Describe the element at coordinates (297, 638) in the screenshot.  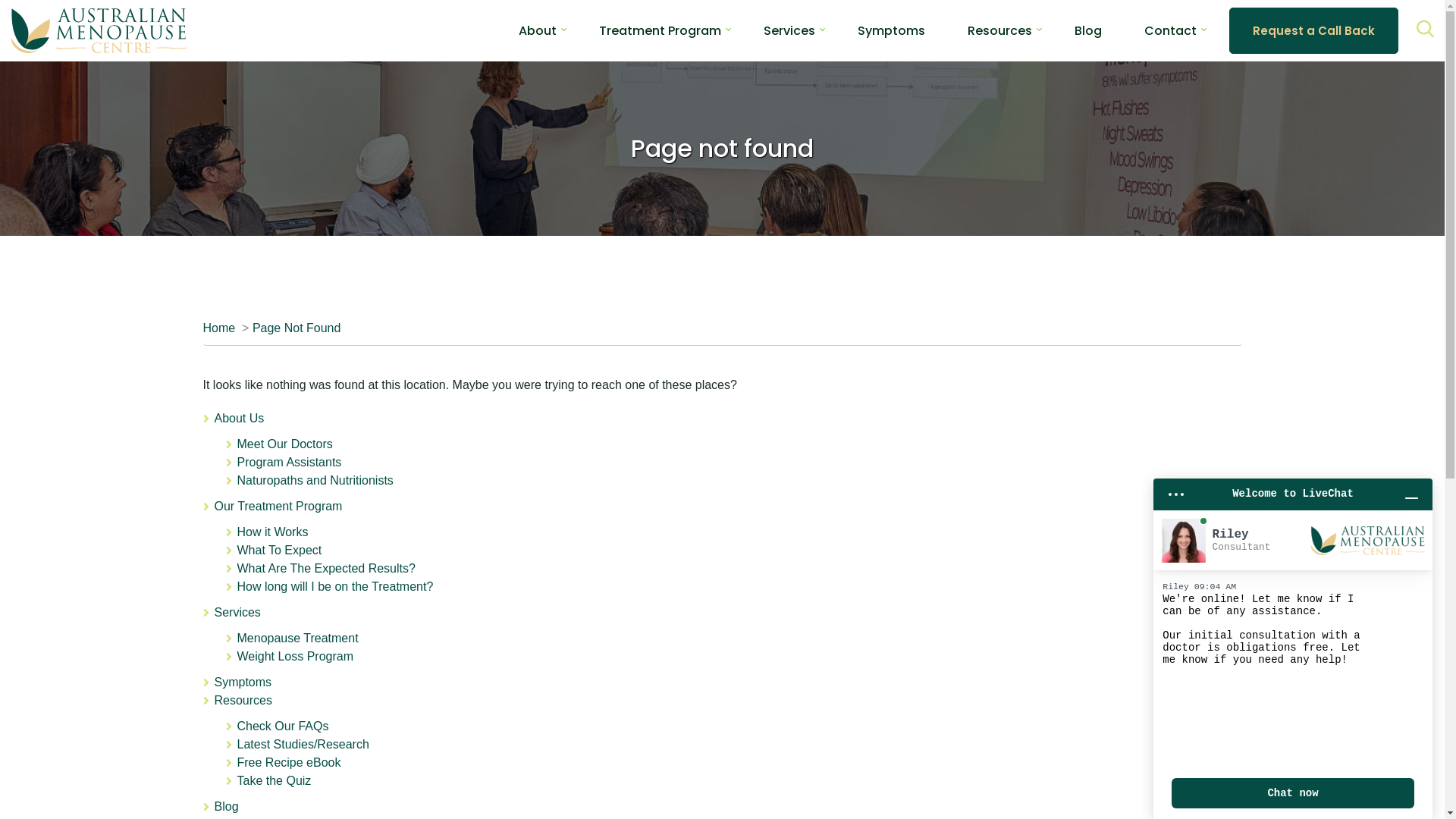
I see `'Menopause Treatment'` at that location.